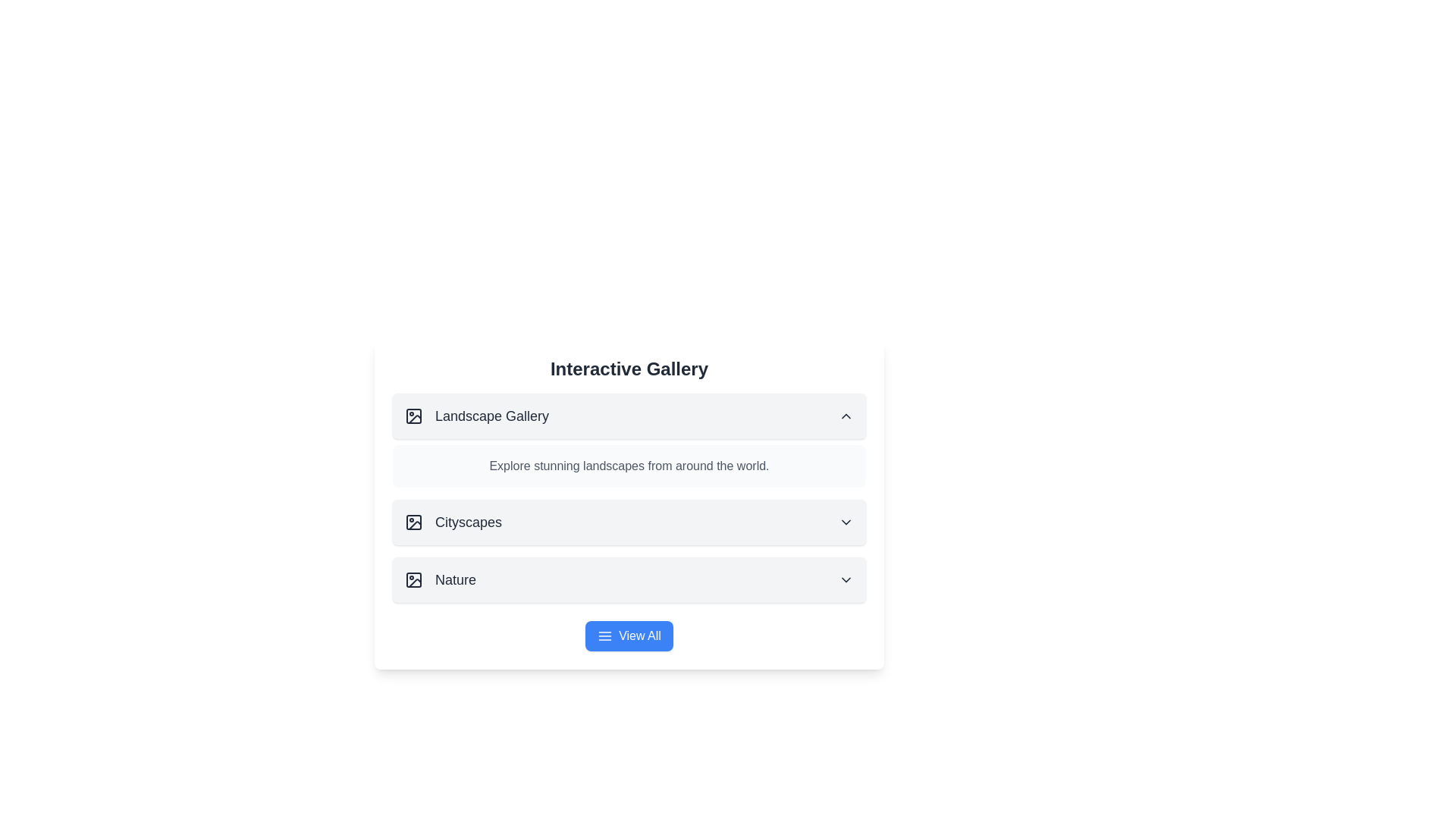 Image resolution: width=1456 pixels, height=819 pixels. I want to click on the minimalistic square image placeholder icon with a diagonal slash, located, so click(414, 416).